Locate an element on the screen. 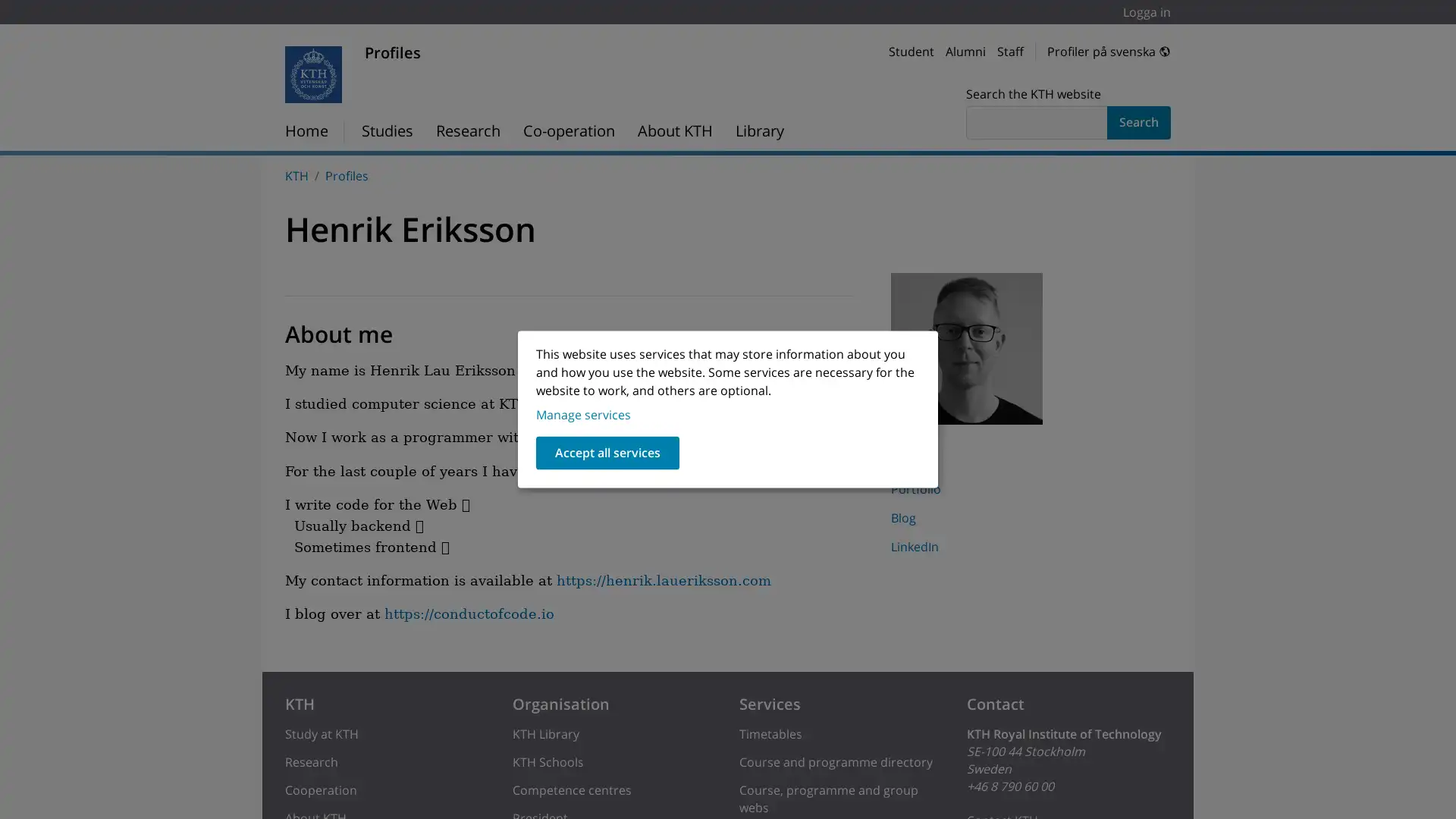  Search is located at coordinates (1139, 122).